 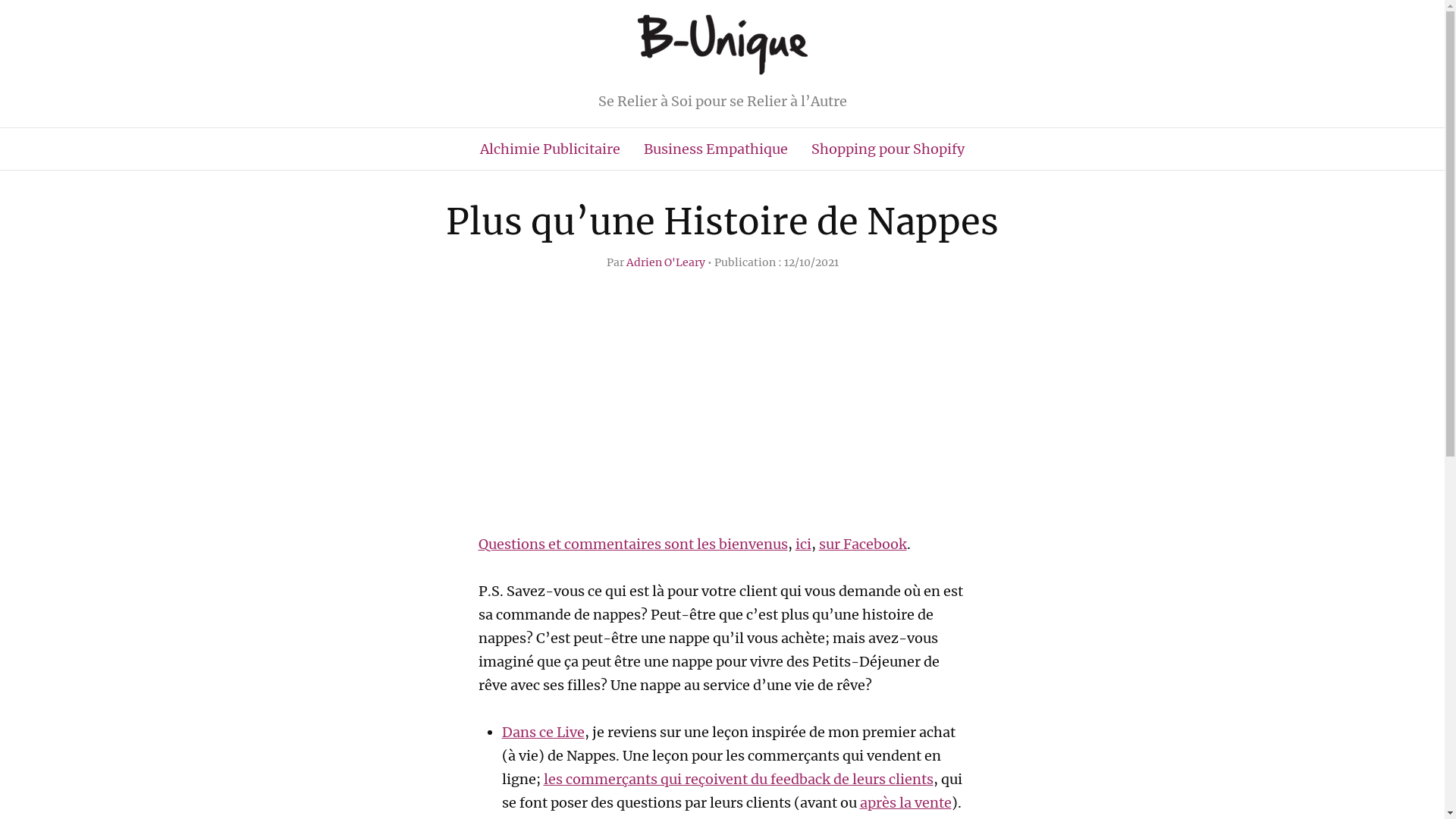 I want to click on 'Business Empathique', so click(x=715, y=149).